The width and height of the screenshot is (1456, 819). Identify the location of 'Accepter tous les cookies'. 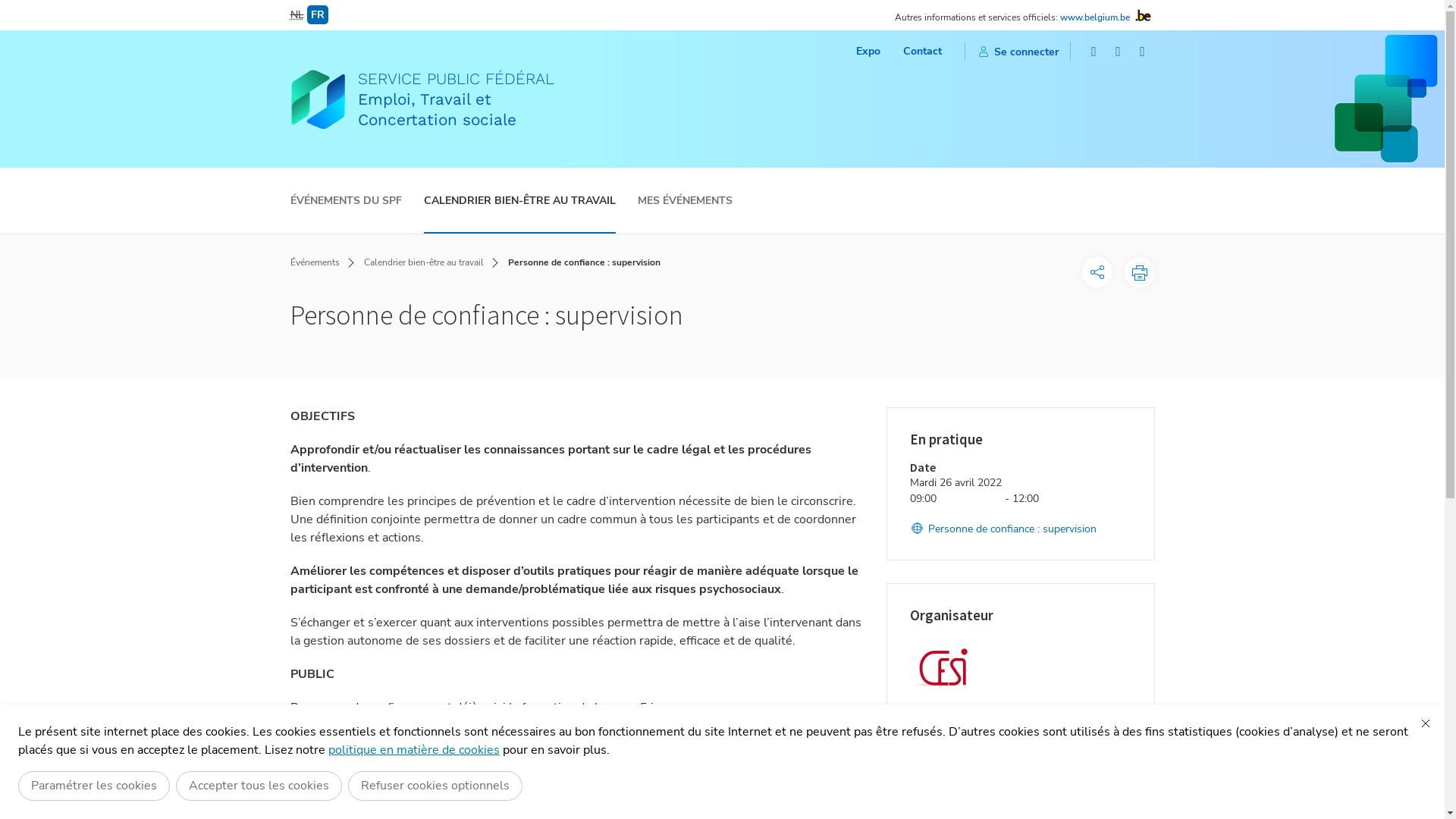
(259, 785).